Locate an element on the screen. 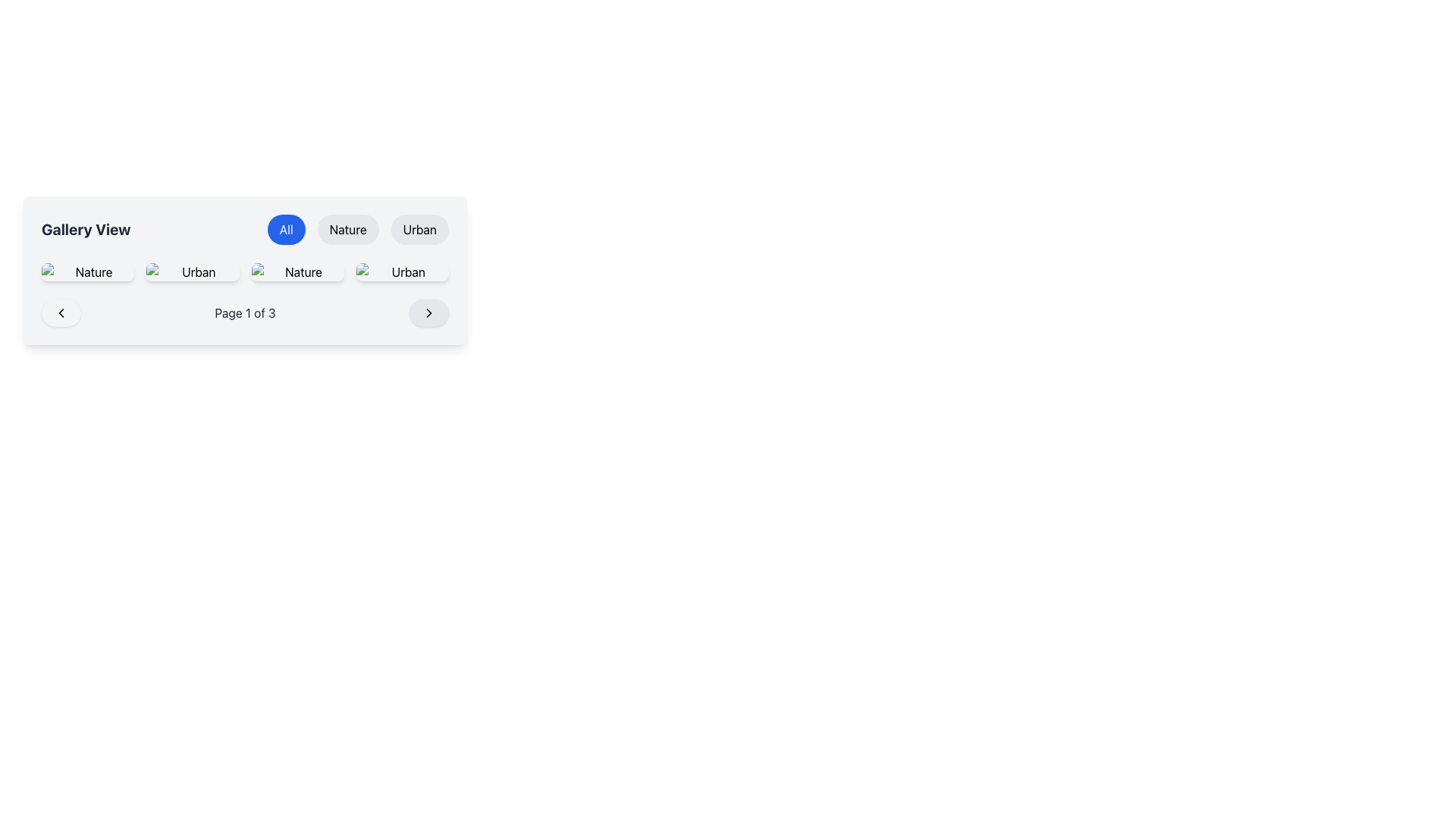  the first button labeled 'All' in the filter options to apply the filter is located at coordinates (286, 230).